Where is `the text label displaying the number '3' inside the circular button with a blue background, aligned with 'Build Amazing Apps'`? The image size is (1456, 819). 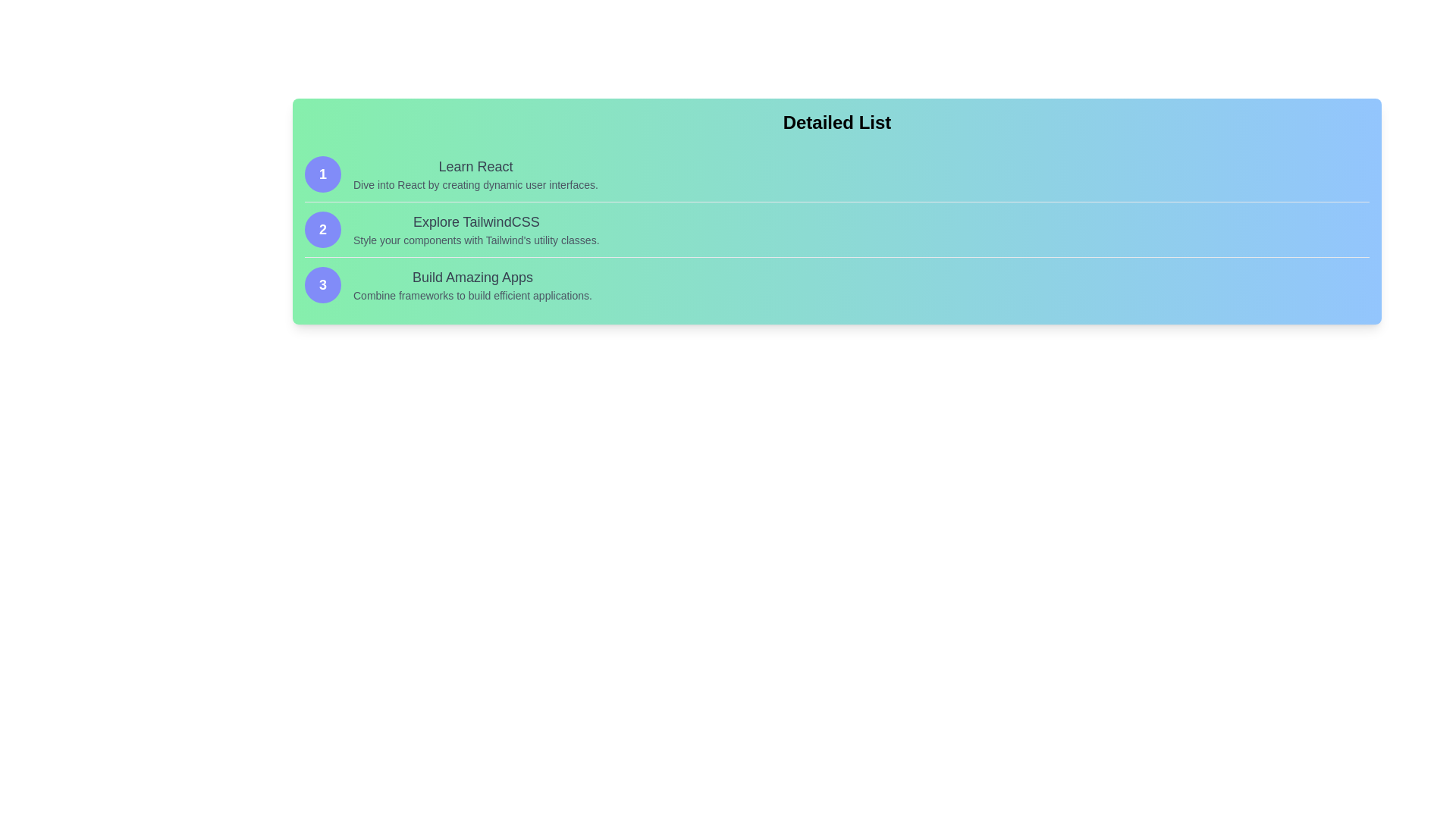 the text label displaying the number '3' inside the circular button with a blue background, aligned with 'Build Amazing Apps' is located at coordinates (322, 284).